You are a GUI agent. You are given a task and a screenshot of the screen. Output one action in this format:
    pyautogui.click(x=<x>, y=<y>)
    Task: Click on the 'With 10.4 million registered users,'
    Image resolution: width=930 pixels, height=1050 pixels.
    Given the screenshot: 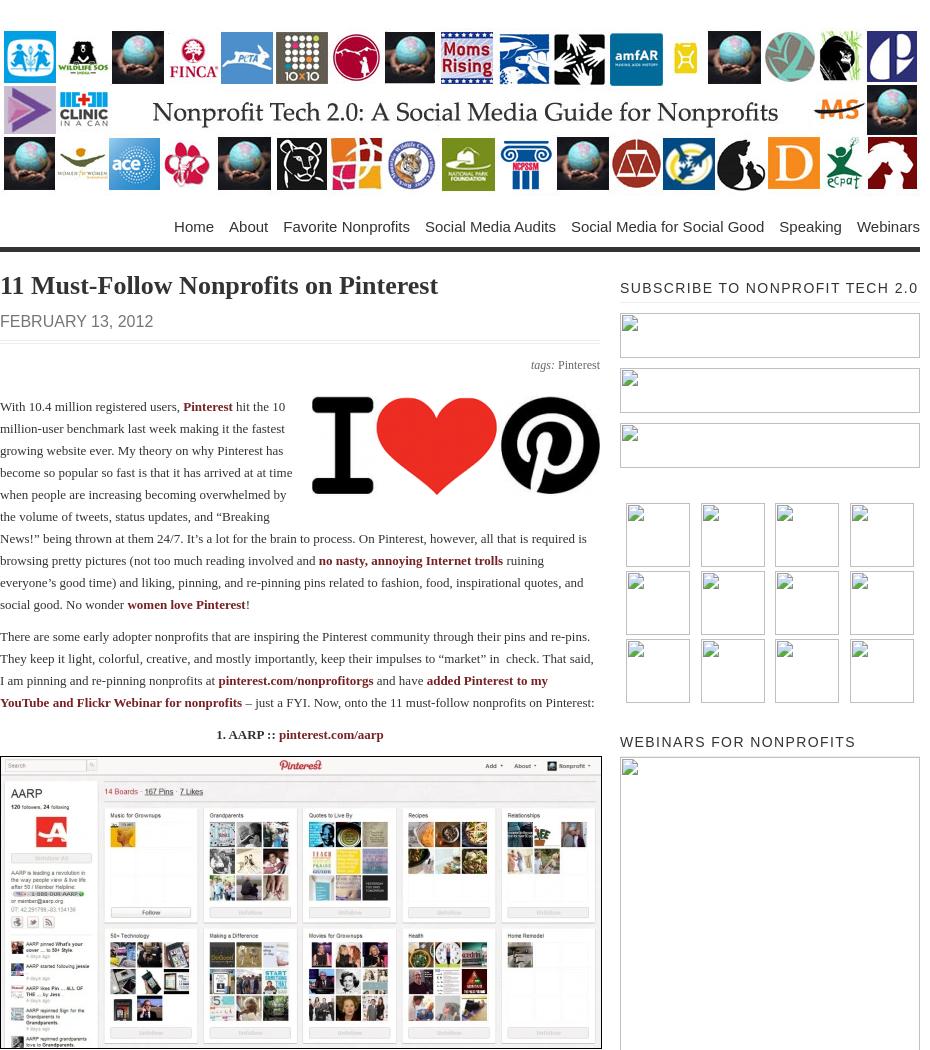 What is the action you would take?
    pyautogui.click(x=91, y=405)
    